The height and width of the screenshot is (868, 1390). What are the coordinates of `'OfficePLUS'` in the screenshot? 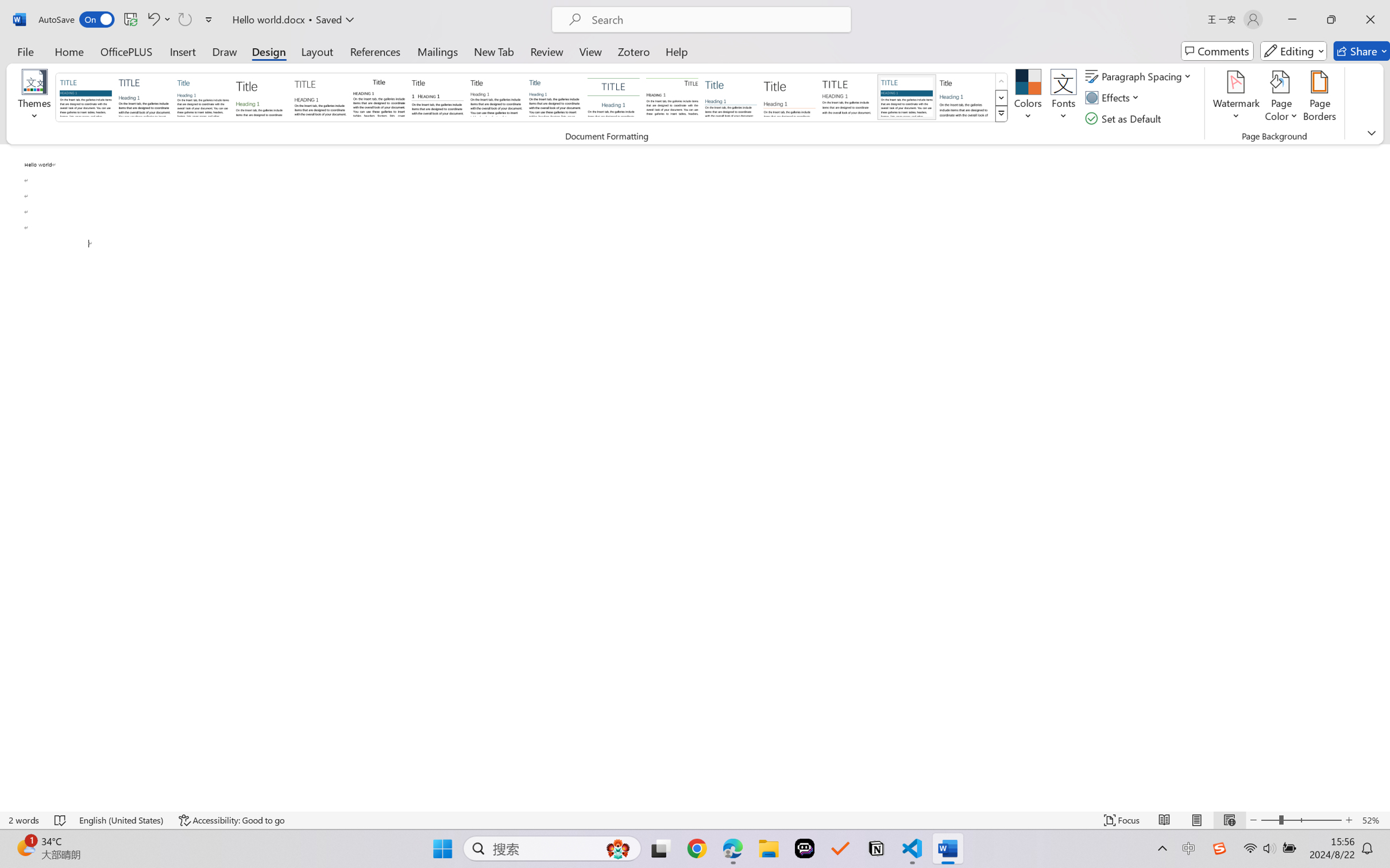 It's located at (125, 51).